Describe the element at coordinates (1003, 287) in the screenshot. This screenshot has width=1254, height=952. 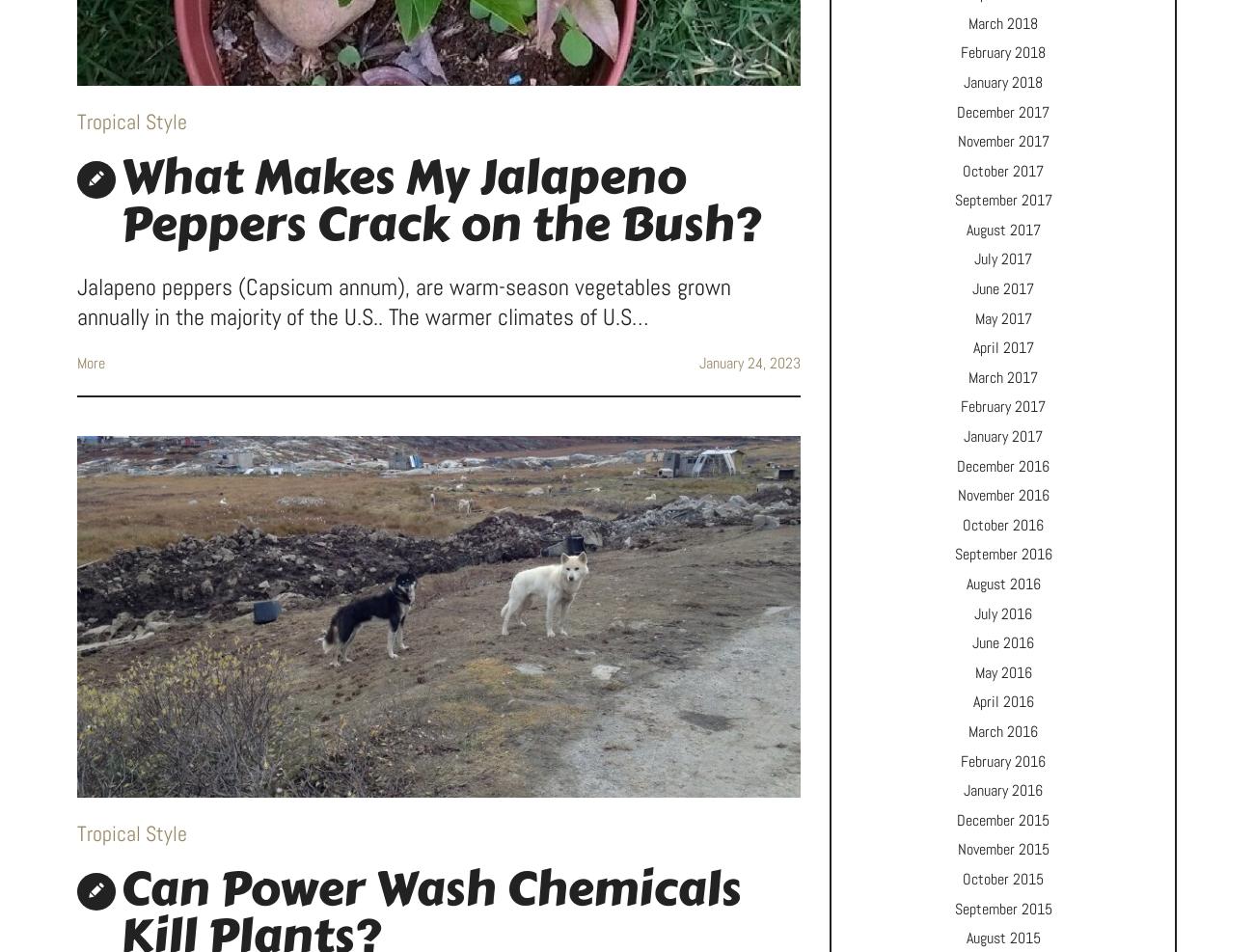
I see `'June 2017'` at that location.